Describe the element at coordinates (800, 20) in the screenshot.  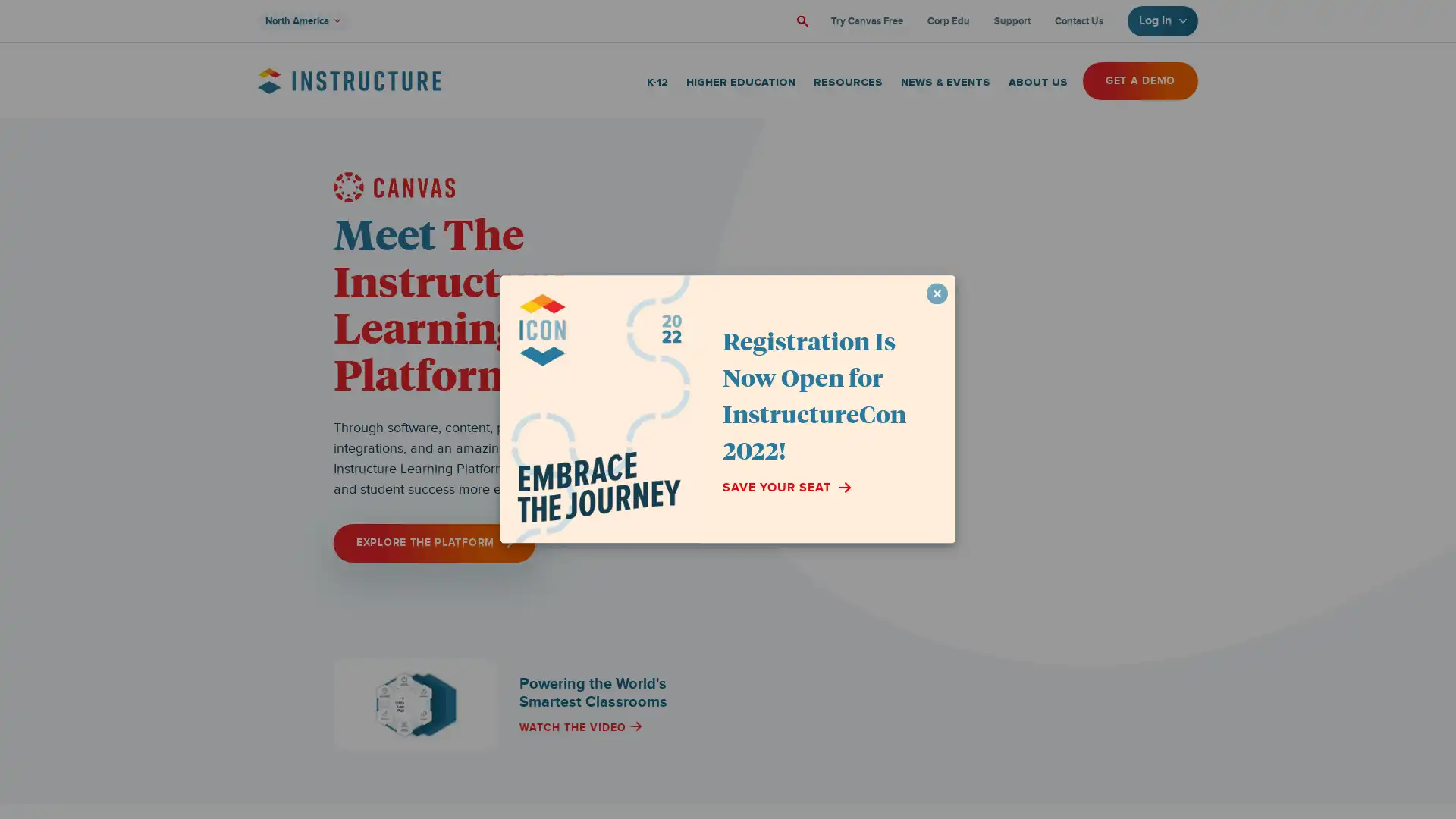
I see `Apply` at that location.